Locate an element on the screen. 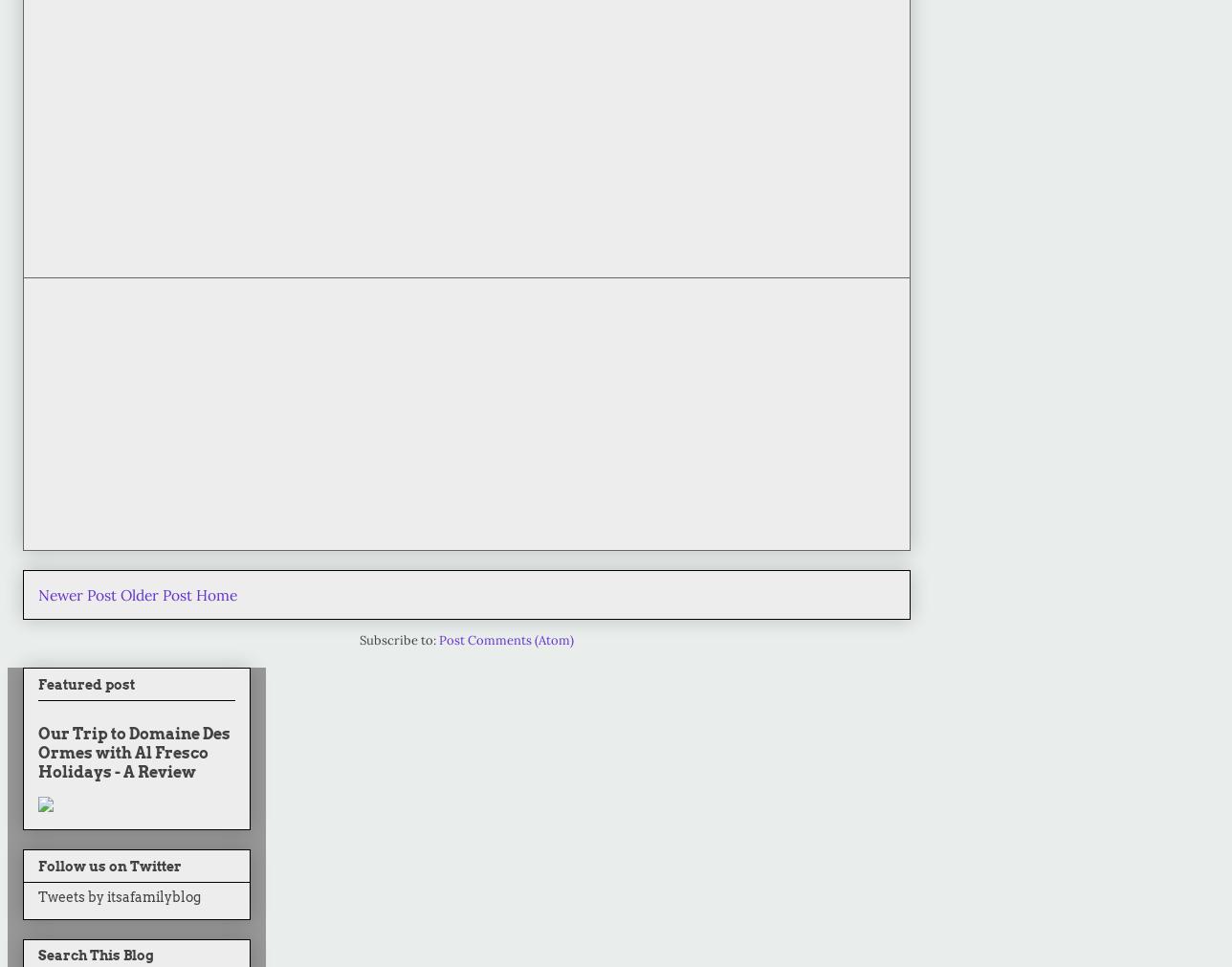  'Follow us on Twitter' is located at coordinates (110, 866).